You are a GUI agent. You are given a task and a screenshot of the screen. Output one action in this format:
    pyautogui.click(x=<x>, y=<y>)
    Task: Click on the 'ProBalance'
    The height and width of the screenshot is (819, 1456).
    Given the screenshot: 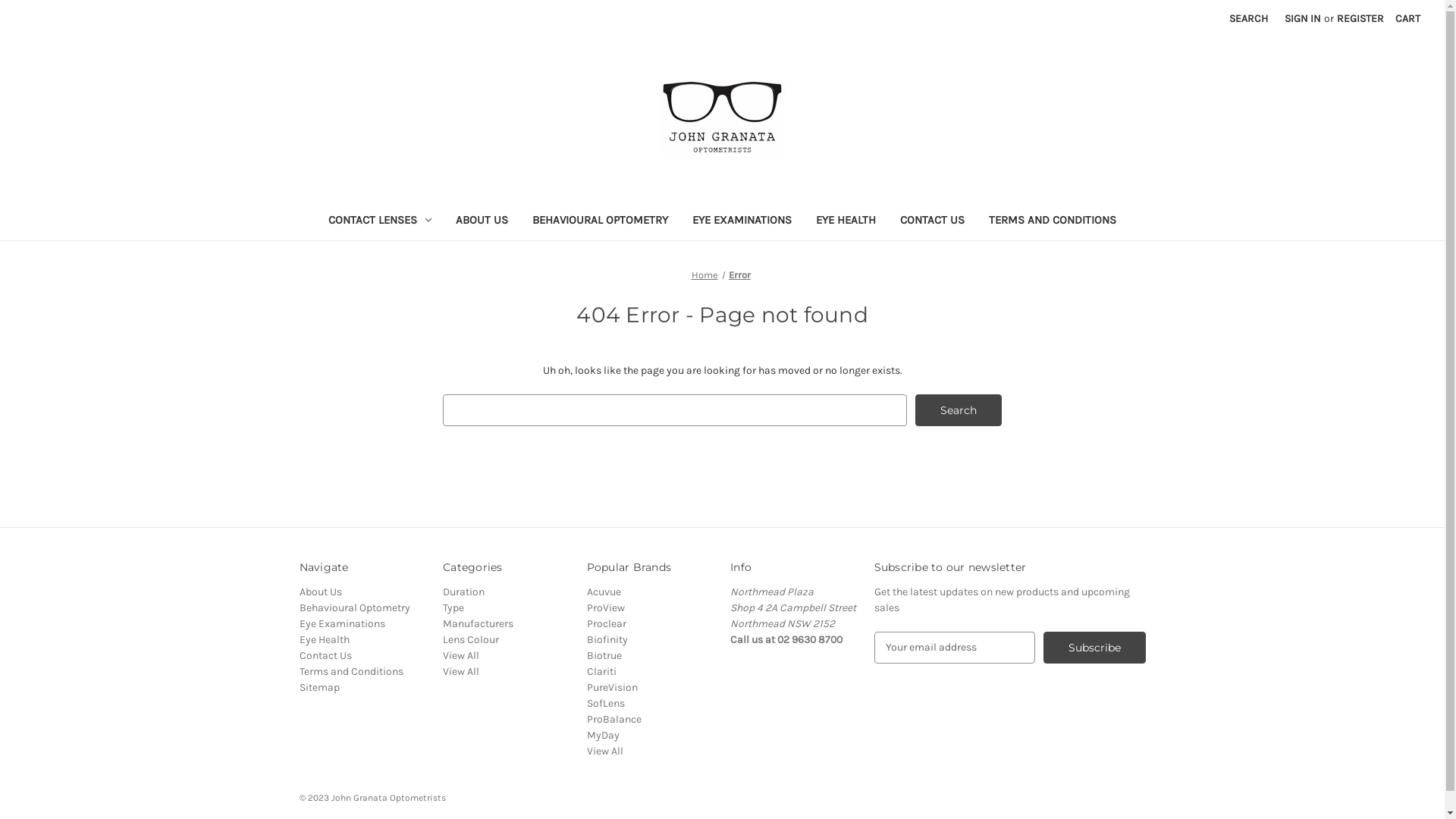 What is the action you would take?
    pyautogui.click(x=614, y=718)
    